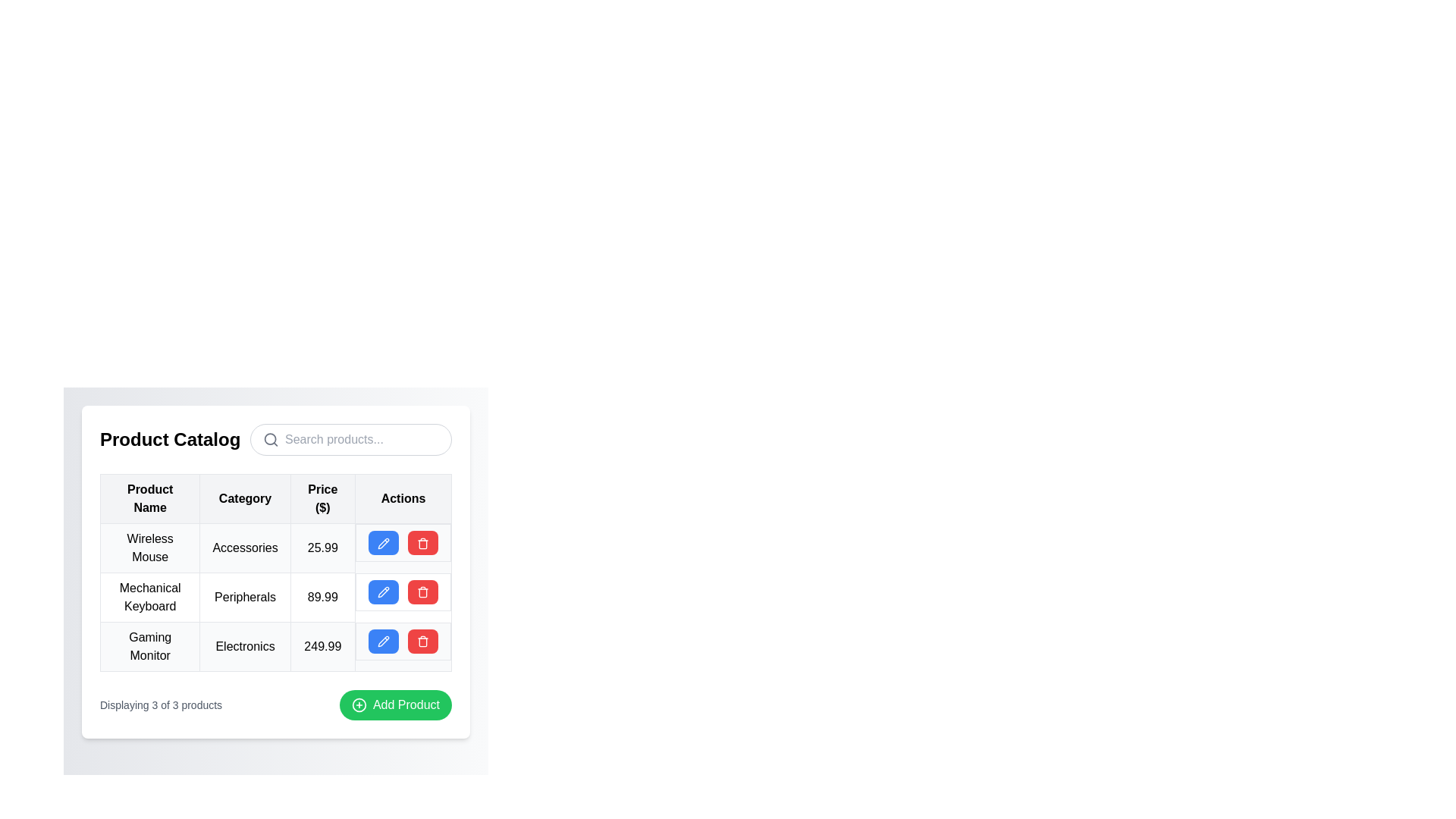 The width and height of the screenshot is (1456, 819). What do you see at coordinates (383, 591) in the screenshot?
I see `the pencil icon embedded within the blue button in the Actions column of the second row, corresponding to the 'Mechanical Keyboard' product entry, to initiate the edit action` at bounding box center [383, 591].